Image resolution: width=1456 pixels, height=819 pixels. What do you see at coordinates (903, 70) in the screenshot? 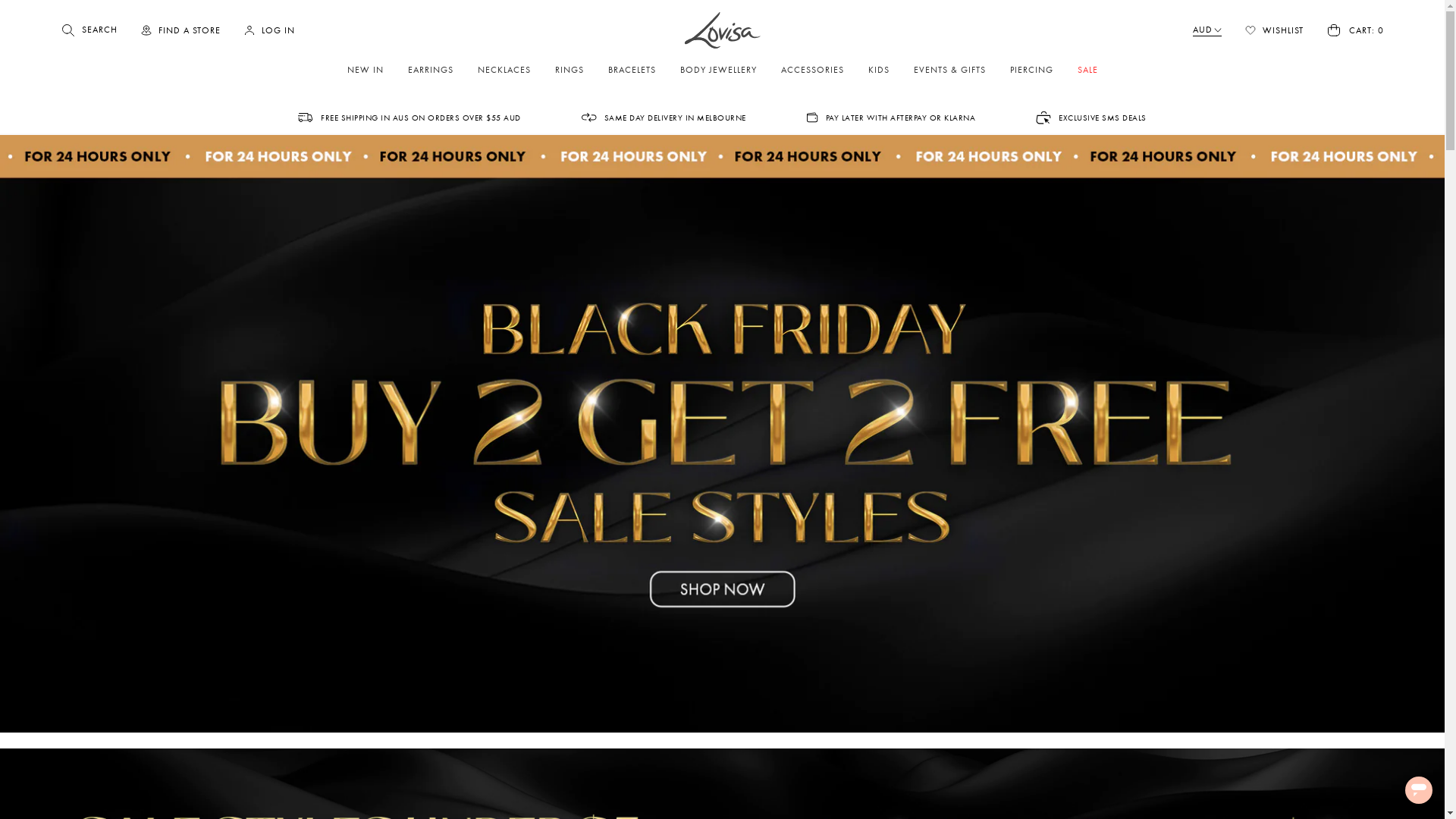
I see `'EVENTS & GIFTS'` at bounding box center [903, 70].